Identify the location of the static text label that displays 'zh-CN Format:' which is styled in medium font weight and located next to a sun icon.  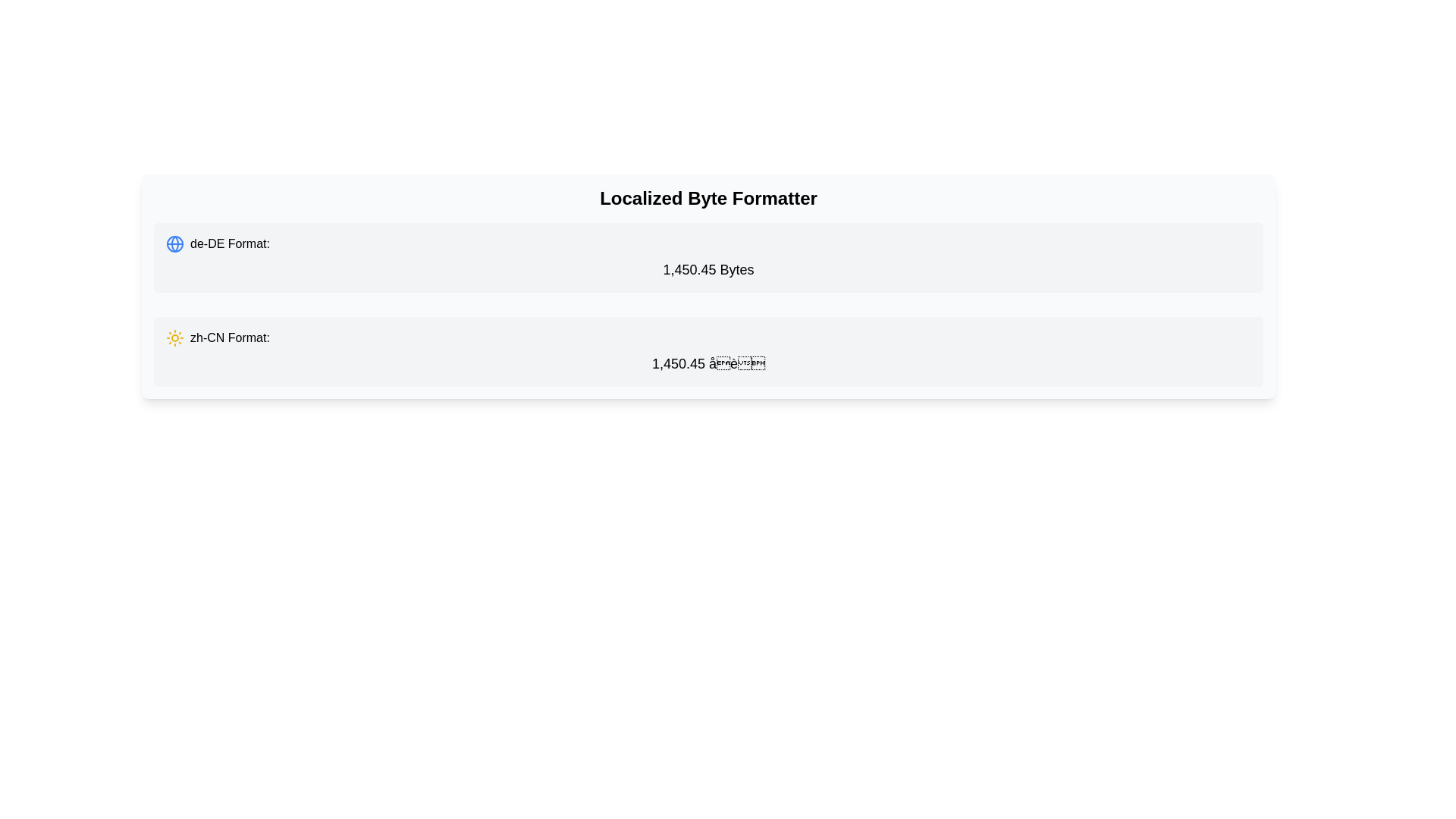
(229, 337).